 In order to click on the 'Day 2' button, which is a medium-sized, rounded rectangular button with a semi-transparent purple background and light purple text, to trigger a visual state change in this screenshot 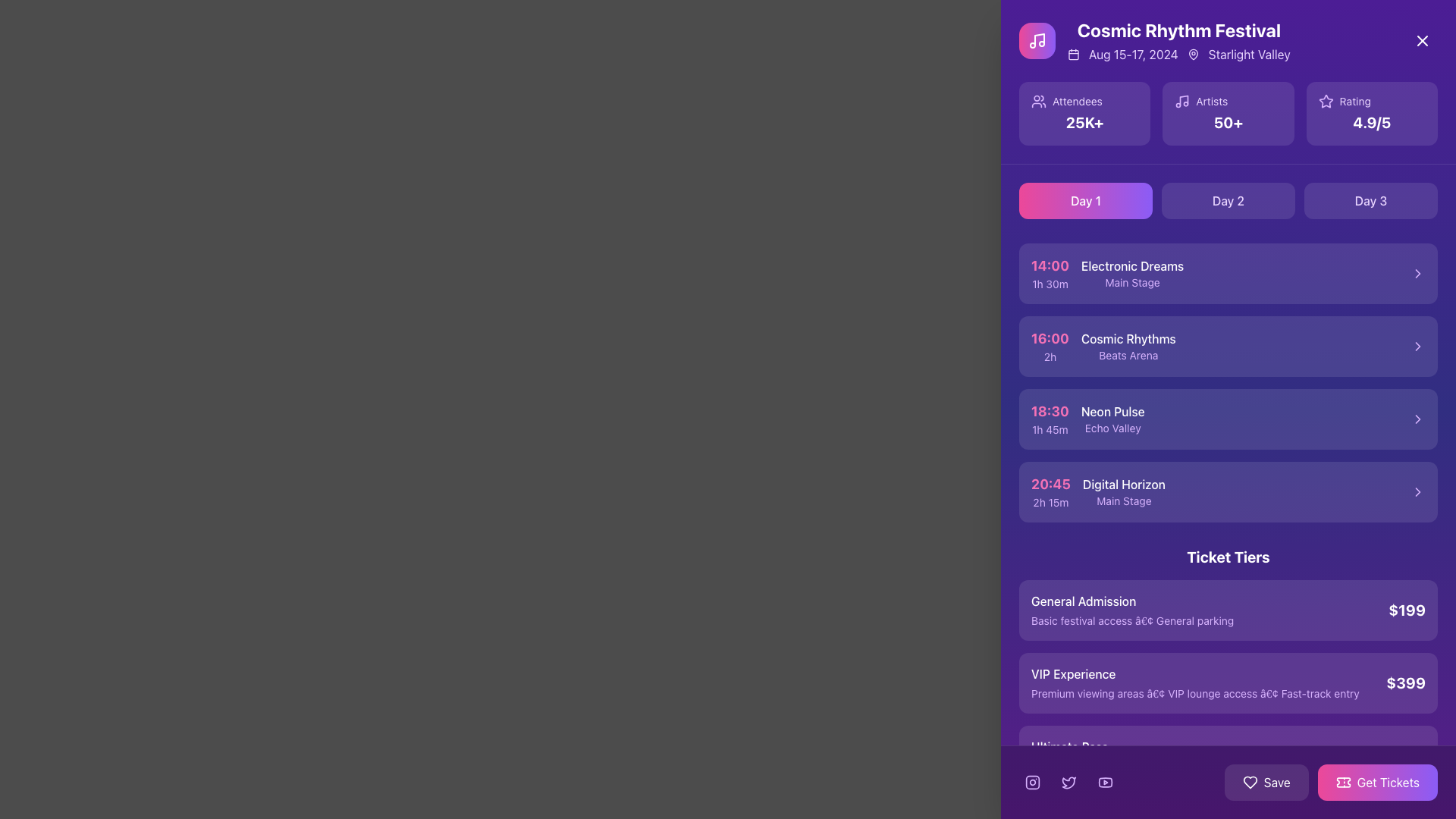, I will do `click(1228, 200)`.